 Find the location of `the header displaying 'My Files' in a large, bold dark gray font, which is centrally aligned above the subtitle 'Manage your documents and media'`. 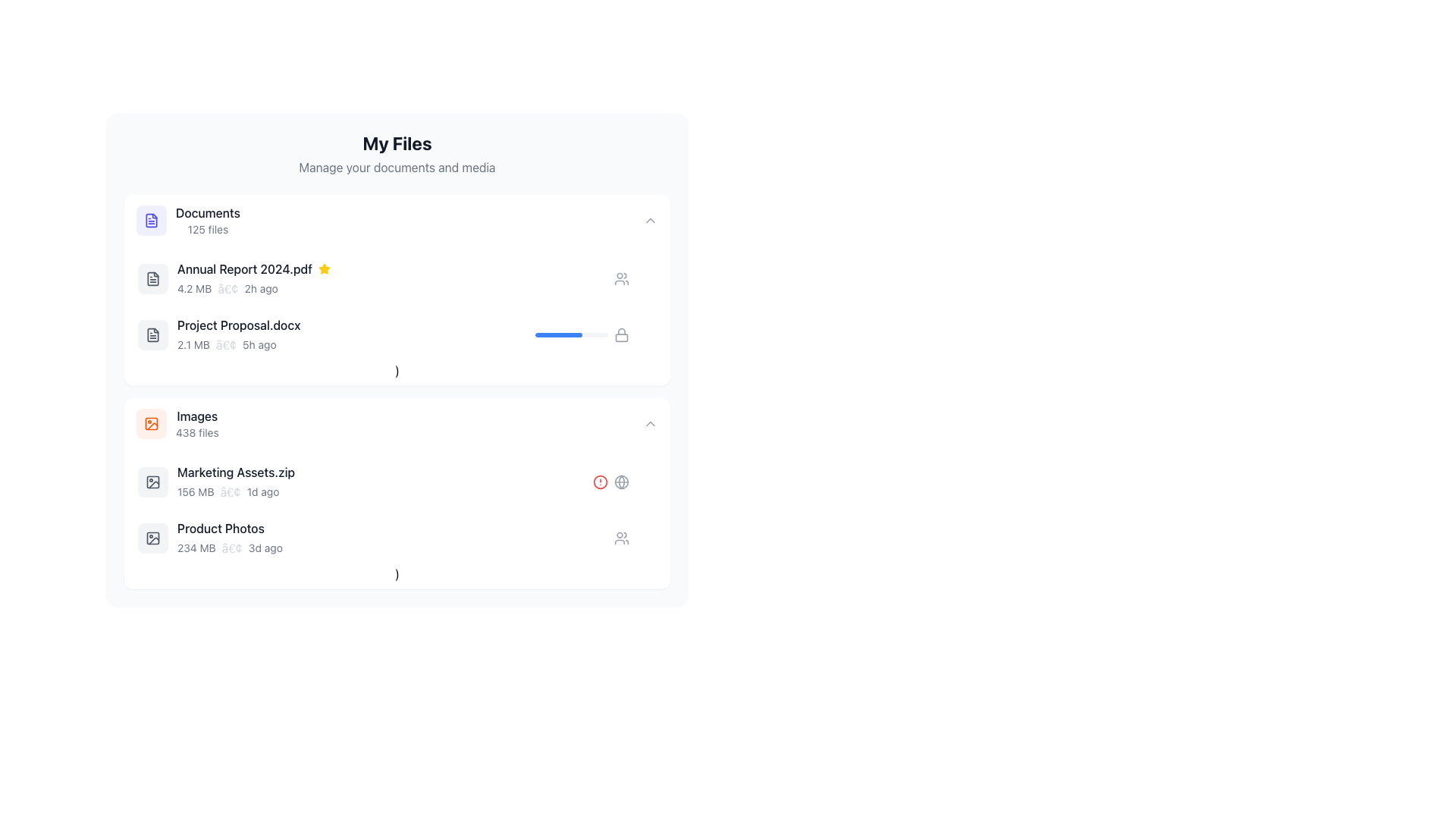

the header displaying 'My Files' in a large, bold dark gray font, which is centrally aligned above the subtitle 'Manage your documents and media' is located at coordinates (397, 143).